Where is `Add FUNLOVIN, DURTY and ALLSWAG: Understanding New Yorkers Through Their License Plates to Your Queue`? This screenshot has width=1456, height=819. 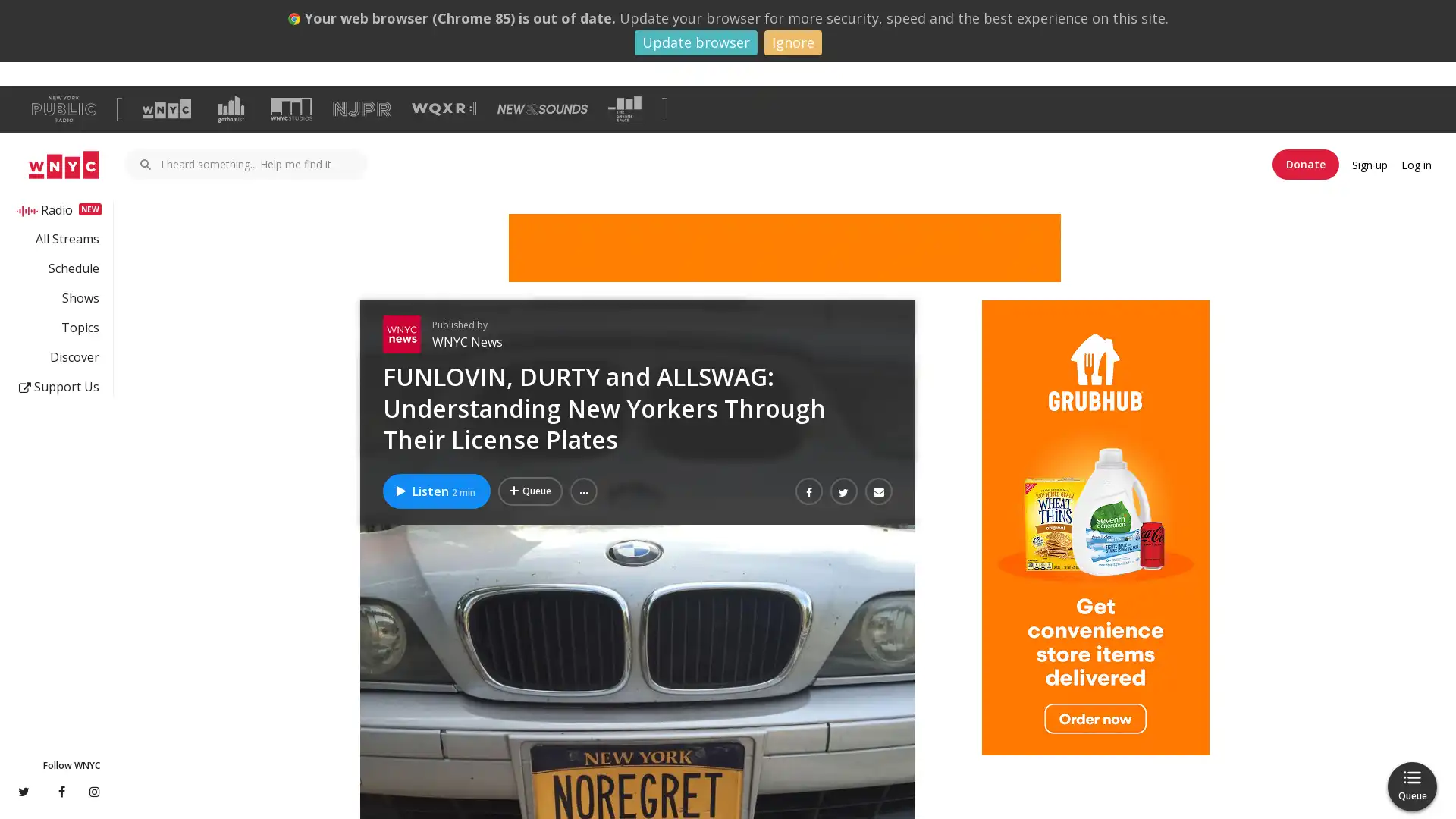
Add FUNLOVIN, DURTY and ALLSWAG: Understanding New Yorkers Through Their License Plates to Your Queue is located at coordinates (530, 491).